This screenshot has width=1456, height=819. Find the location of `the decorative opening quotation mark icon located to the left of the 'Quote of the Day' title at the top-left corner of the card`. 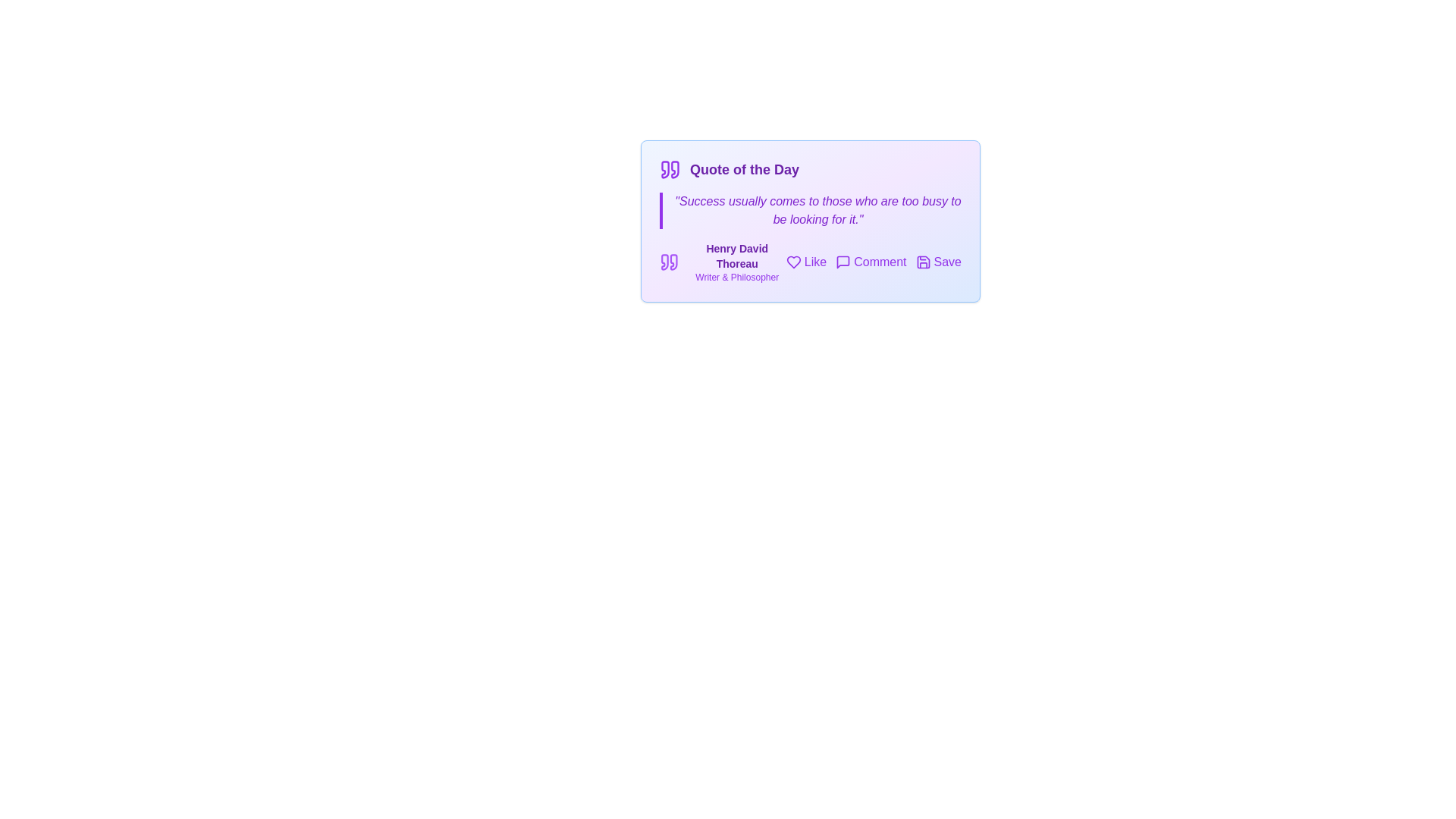

the decorative opening quotation mark icon located to the left of the 'Quote of the Day' title at the top-left corner of the card is located at coordinates (665, 169).